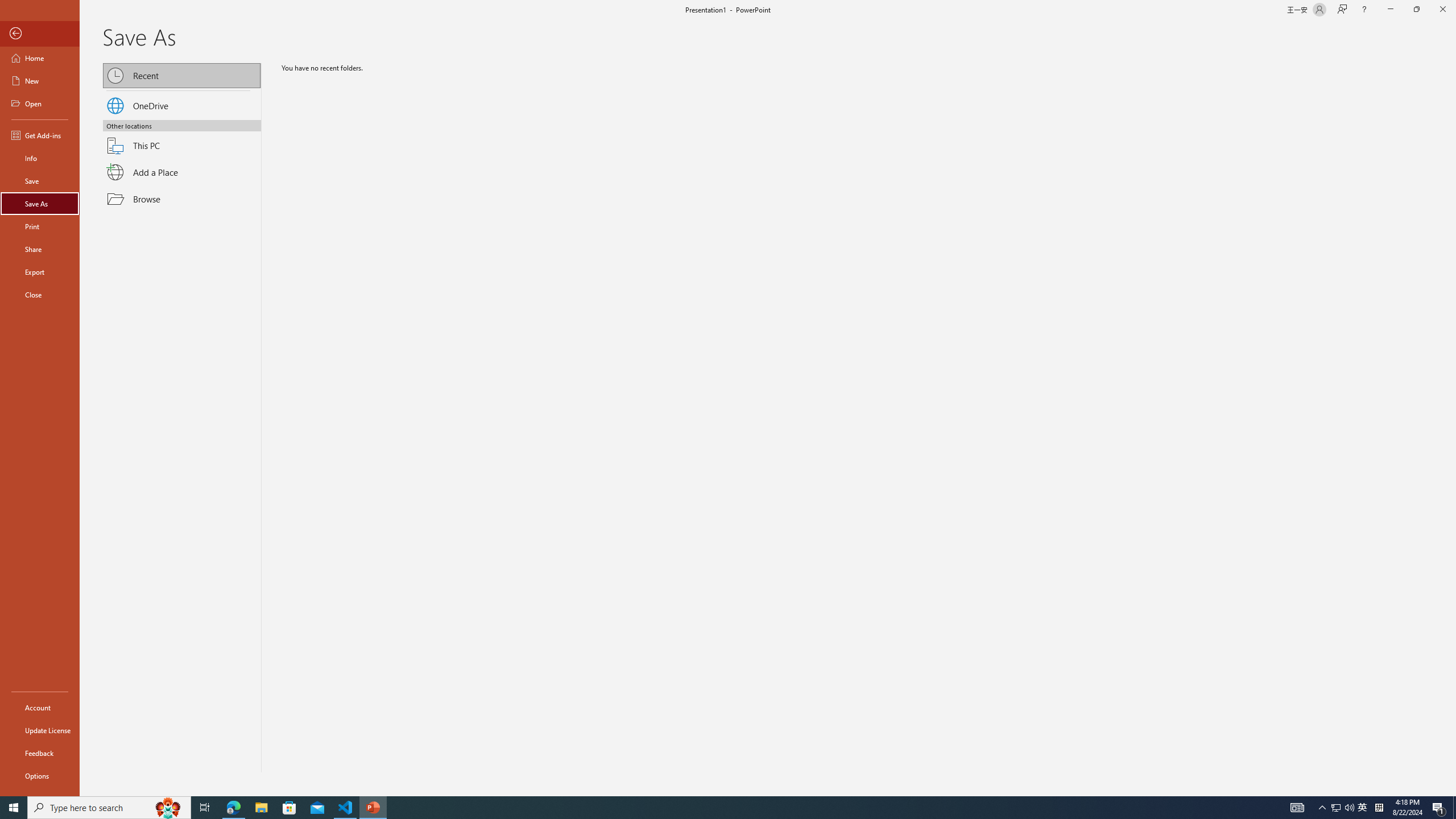  What do you see at coordinates (39, 730) in the screenshot?
I see `'Update License'` at bounding box center [39, 730].